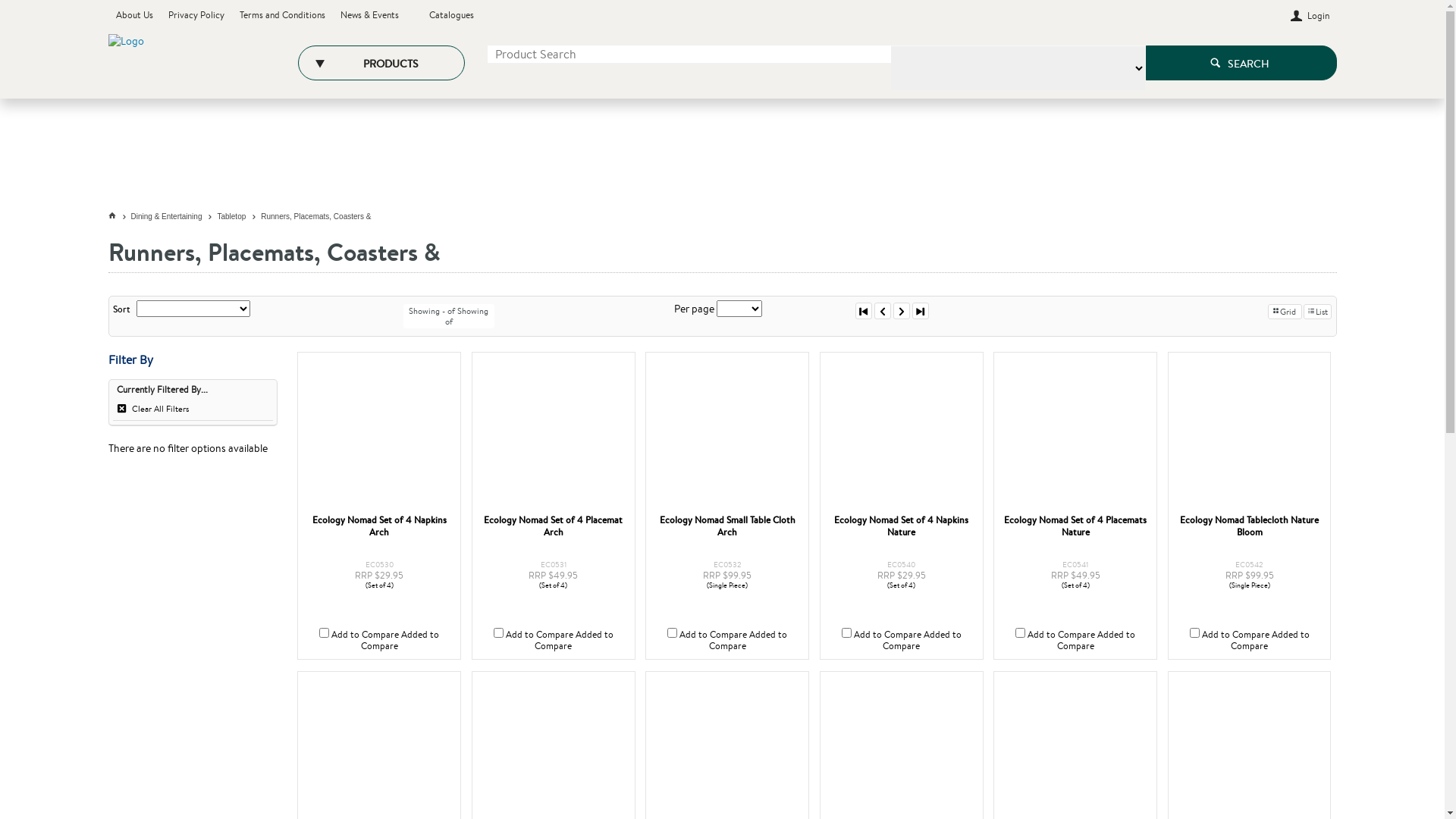  I want to click on 'Add to Compare', so click(712, 634).